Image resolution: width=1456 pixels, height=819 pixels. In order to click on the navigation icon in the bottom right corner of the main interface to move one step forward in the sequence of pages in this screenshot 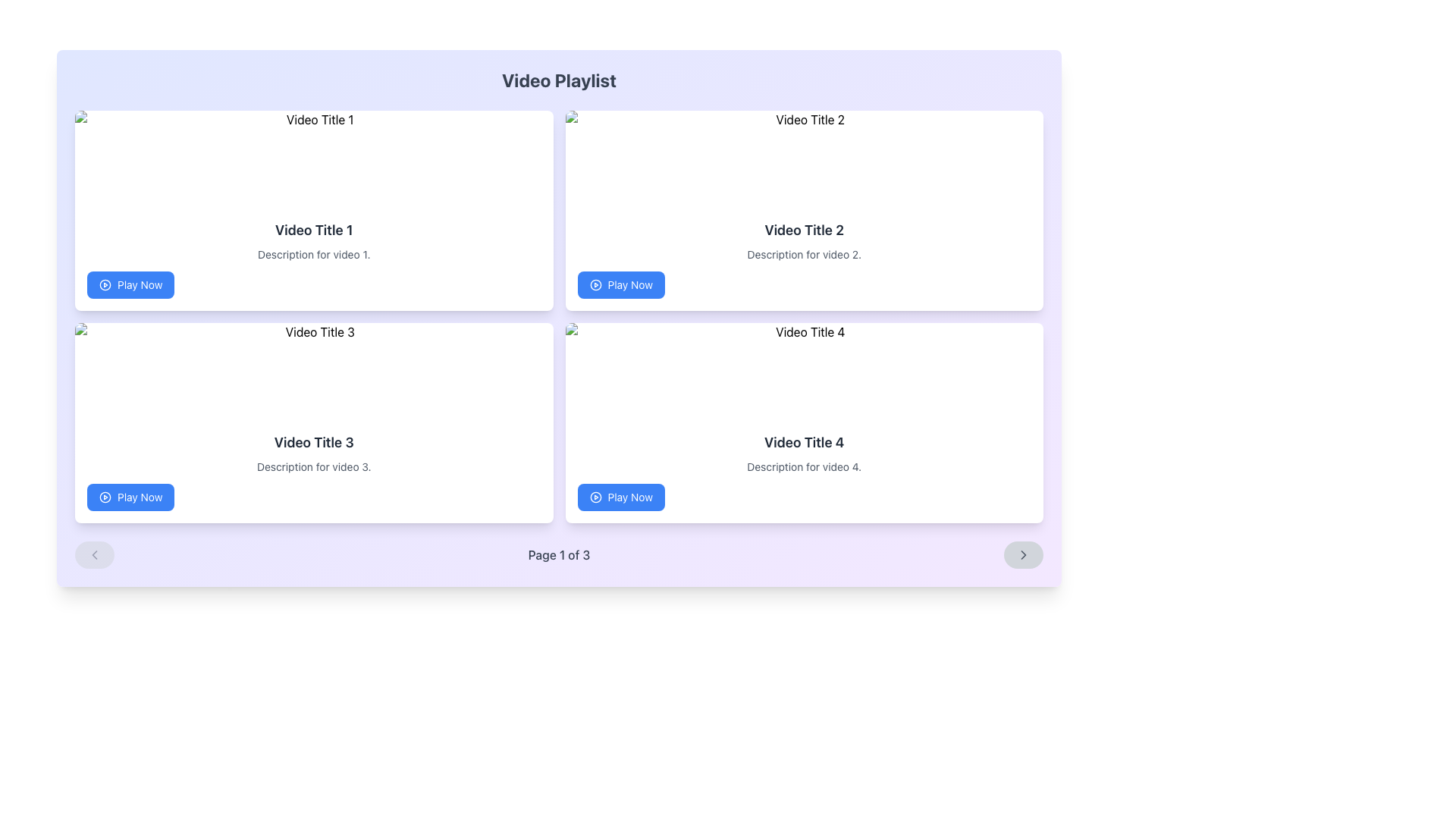, I will do `click(1023, 555)`.